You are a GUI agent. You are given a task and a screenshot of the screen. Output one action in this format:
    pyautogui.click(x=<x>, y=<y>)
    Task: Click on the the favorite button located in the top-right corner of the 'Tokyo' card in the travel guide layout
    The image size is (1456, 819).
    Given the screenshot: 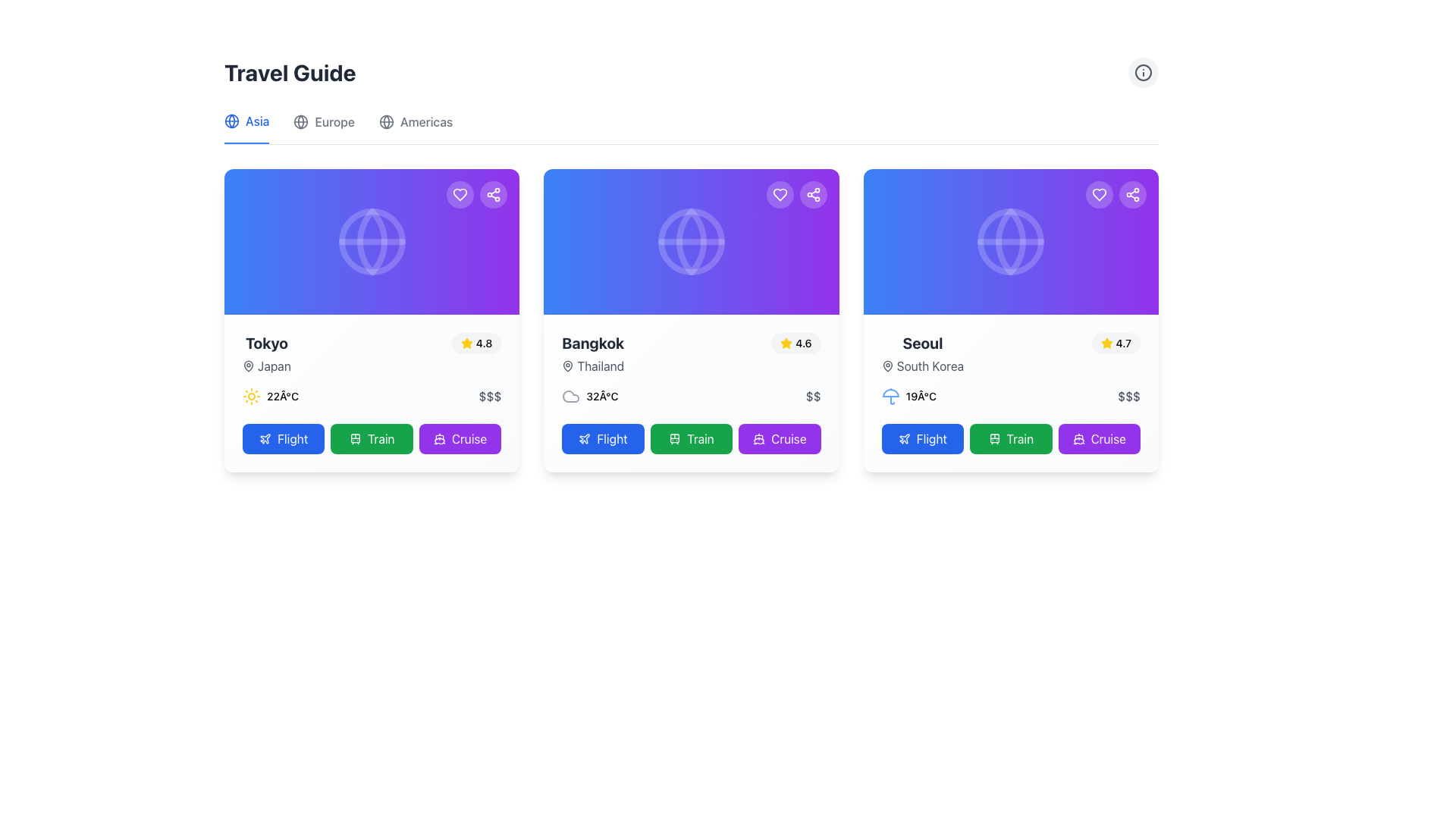 What is the action you would take?
    pyautogui.click(x=460, y=194)
    